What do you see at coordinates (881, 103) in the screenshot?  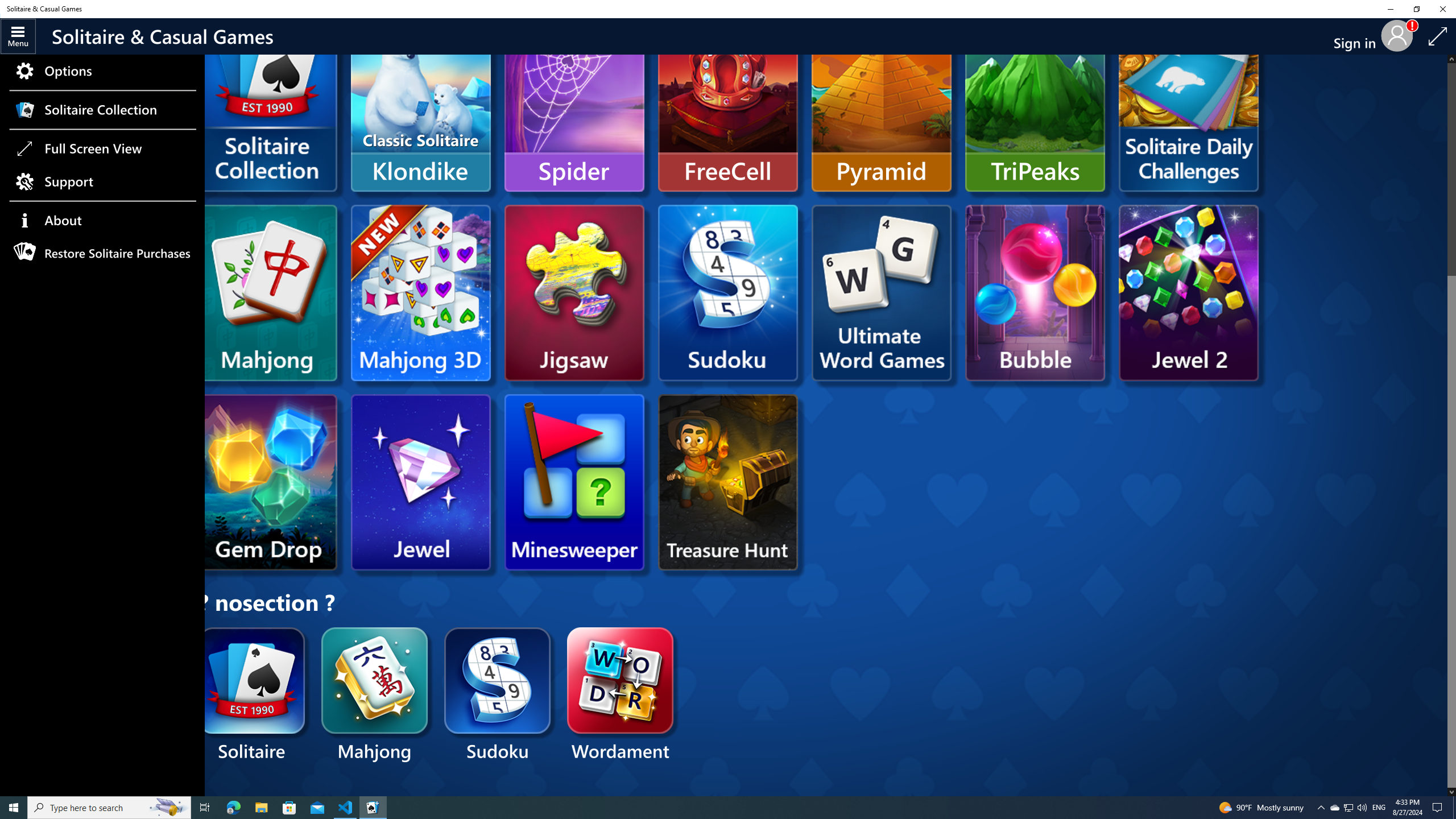 I see `'Pyramid'` at bounding box center [881, 103].